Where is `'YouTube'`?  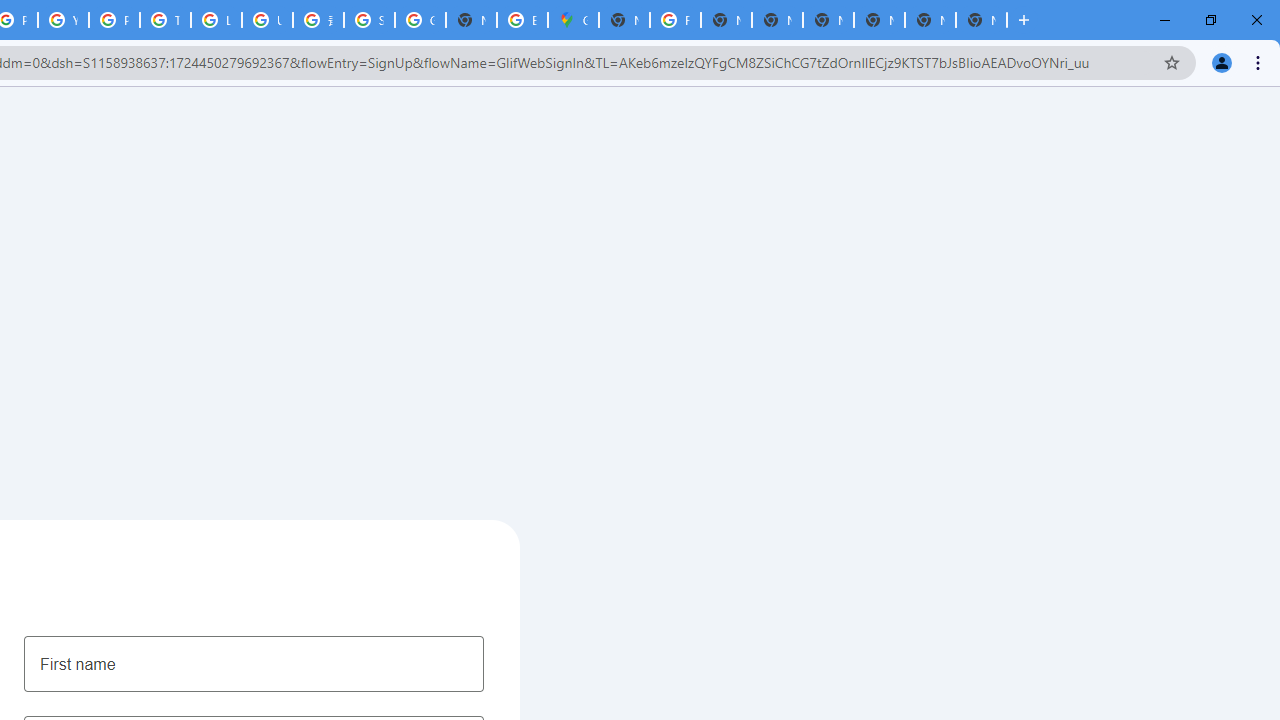 'YouTube' is located at coordinates (64, 20).